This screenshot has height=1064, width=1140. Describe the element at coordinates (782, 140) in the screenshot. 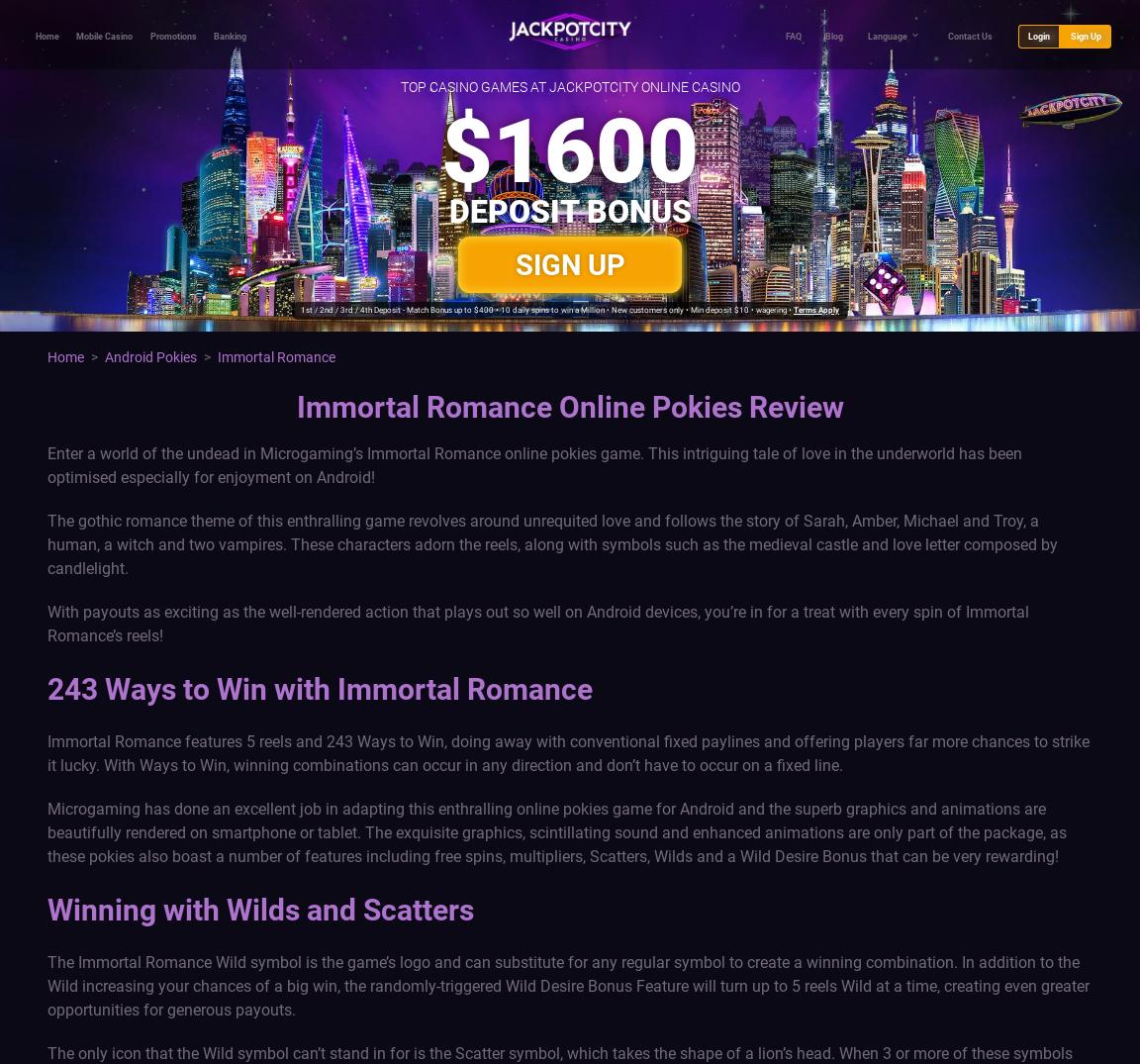

I see `'English Ireland'` at that location.